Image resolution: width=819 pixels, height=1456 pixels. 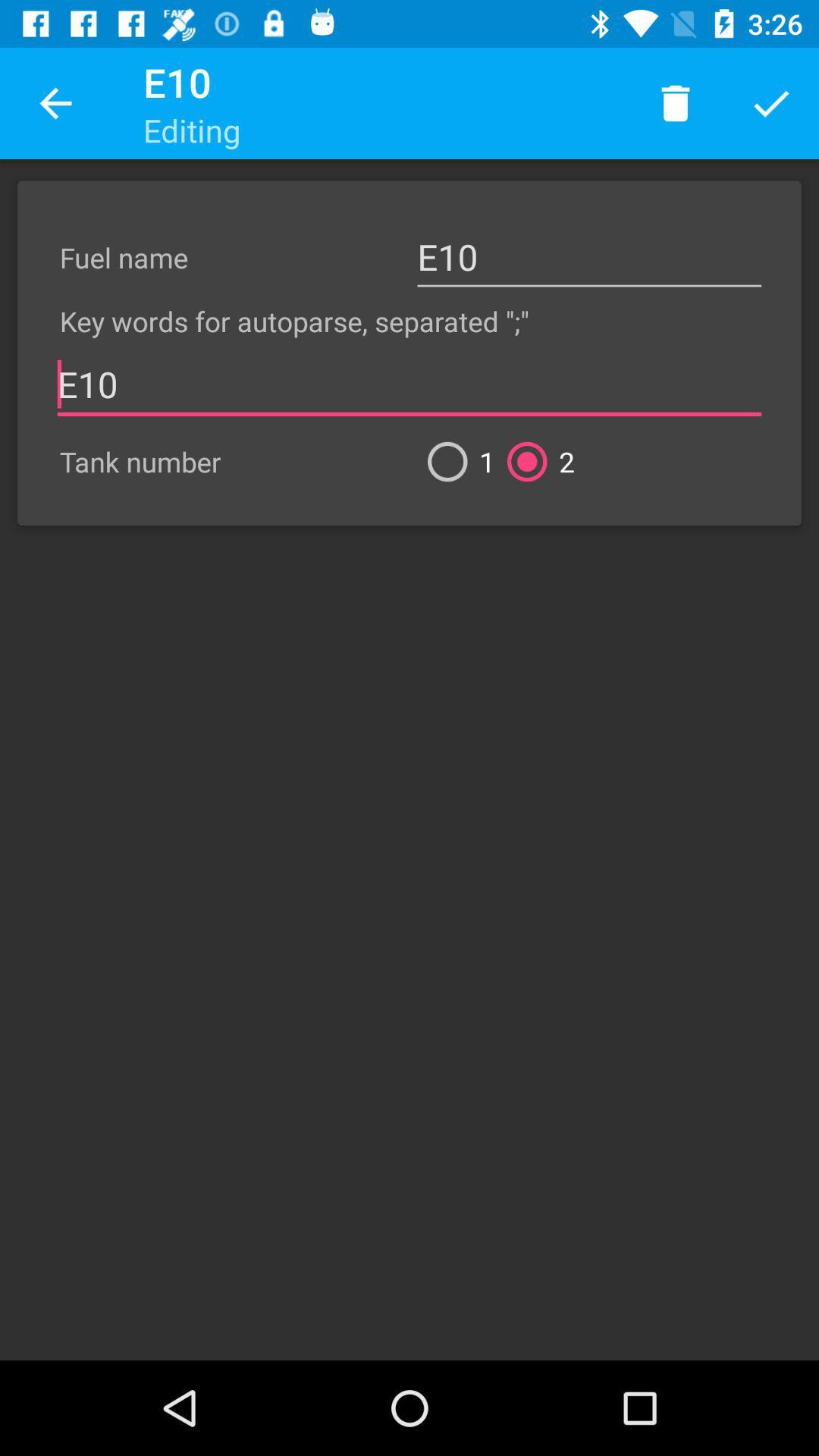 What do you see at coordinates (454, 461) in the screenshot?
I see `item to the left of the 2 item` at bounding box center [454, 461].